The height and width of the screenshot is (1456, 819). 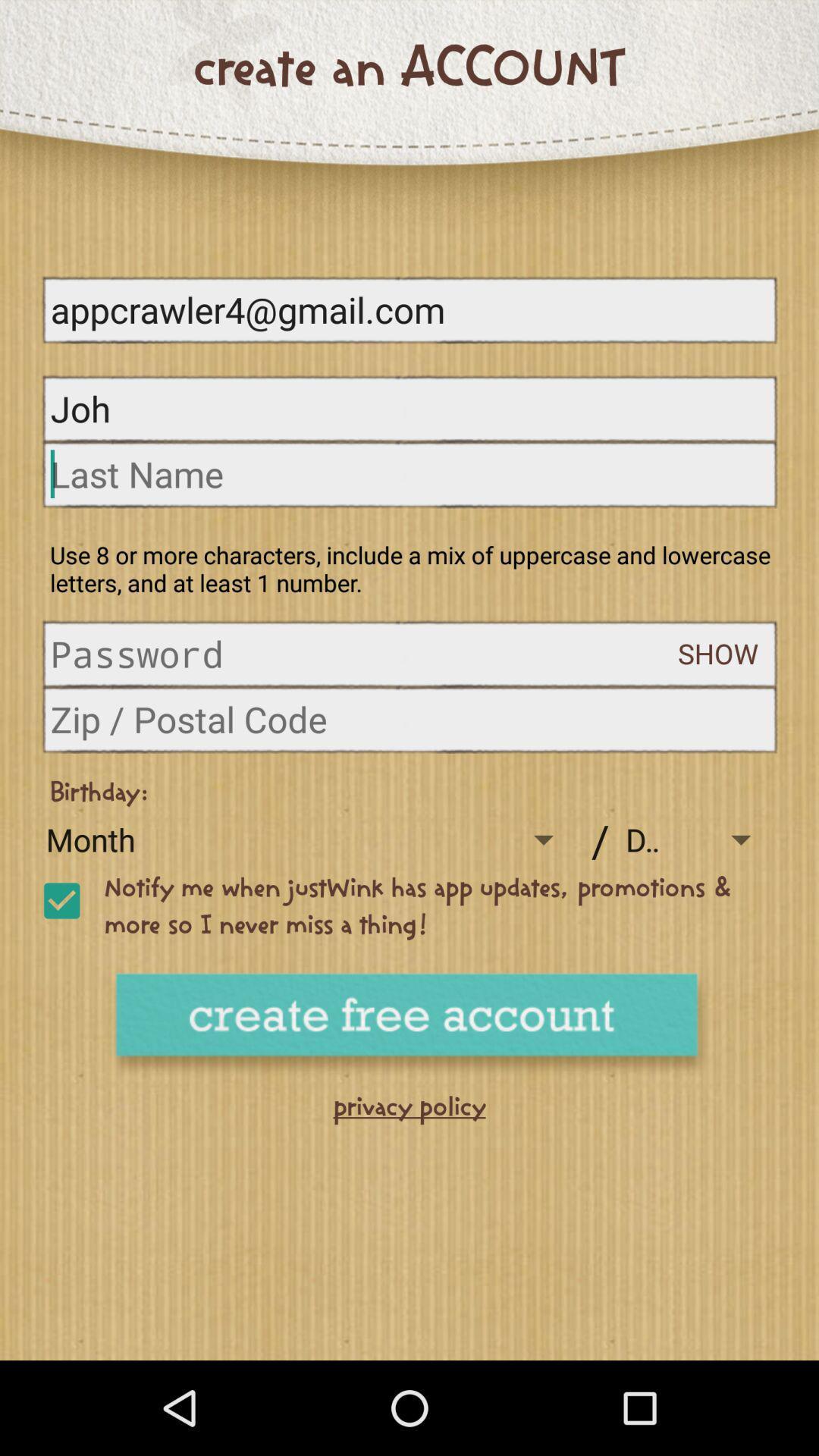 What do you see at coordinates (409, 718) in the screenshot?
I see `zip or postal code` at bounding box center [409, 718].